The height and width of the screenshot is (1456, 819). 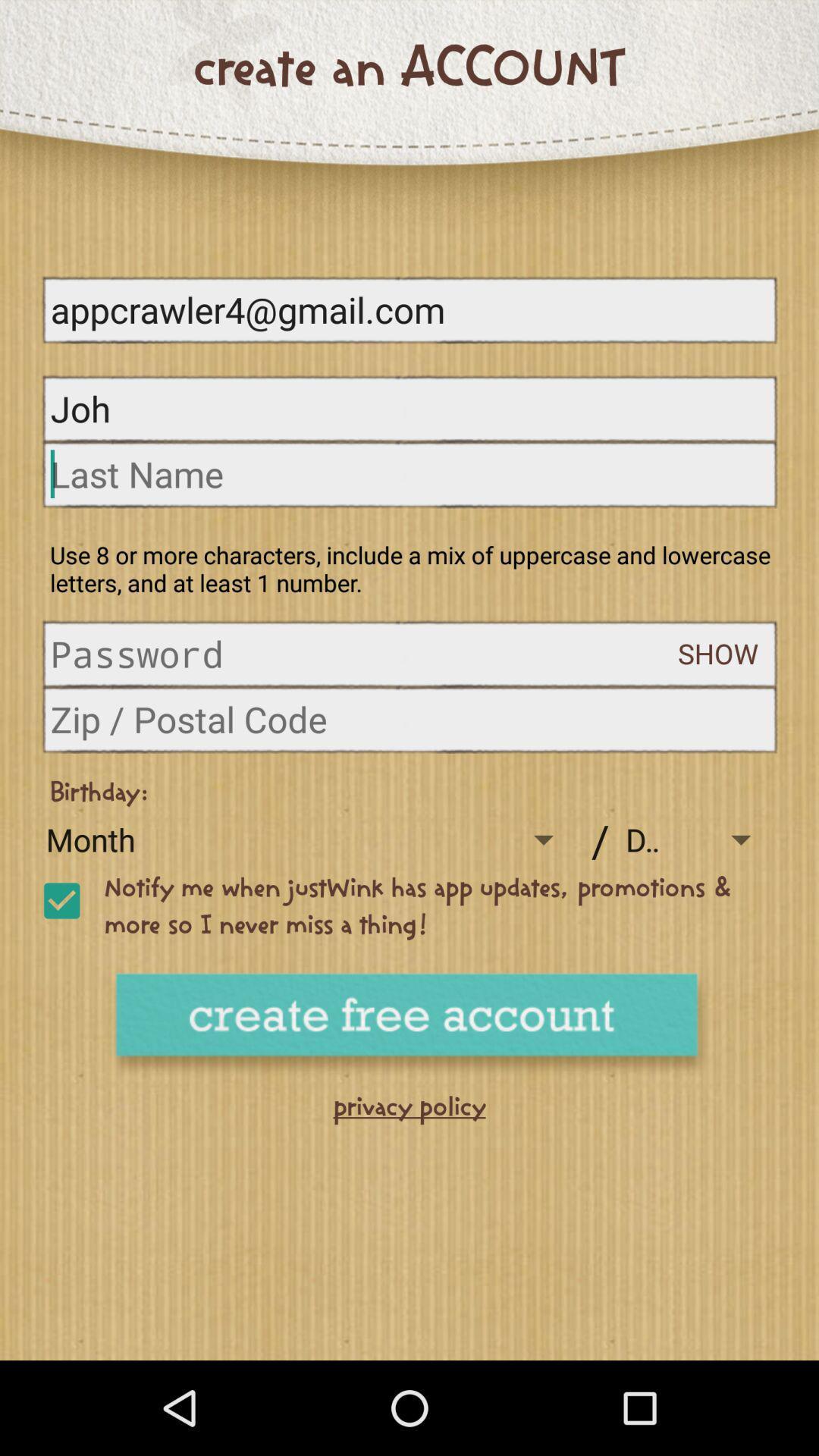 What do you see at coordinates (409, 718) in the screenshot?
I see `zip or postal code` at bounding box center [409, 718].